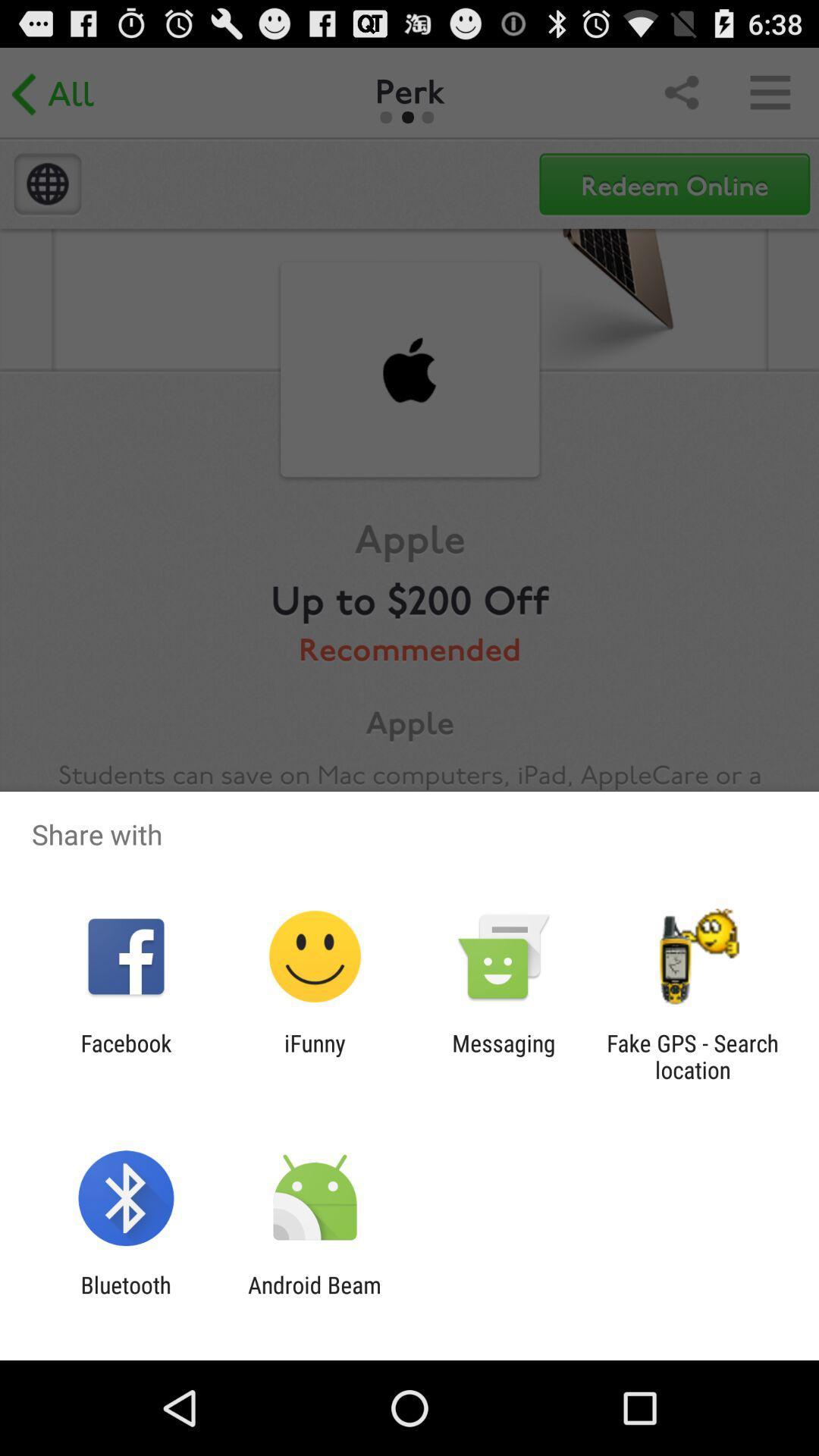  I want to click on icon next to messaging item, so click(314, 1056).